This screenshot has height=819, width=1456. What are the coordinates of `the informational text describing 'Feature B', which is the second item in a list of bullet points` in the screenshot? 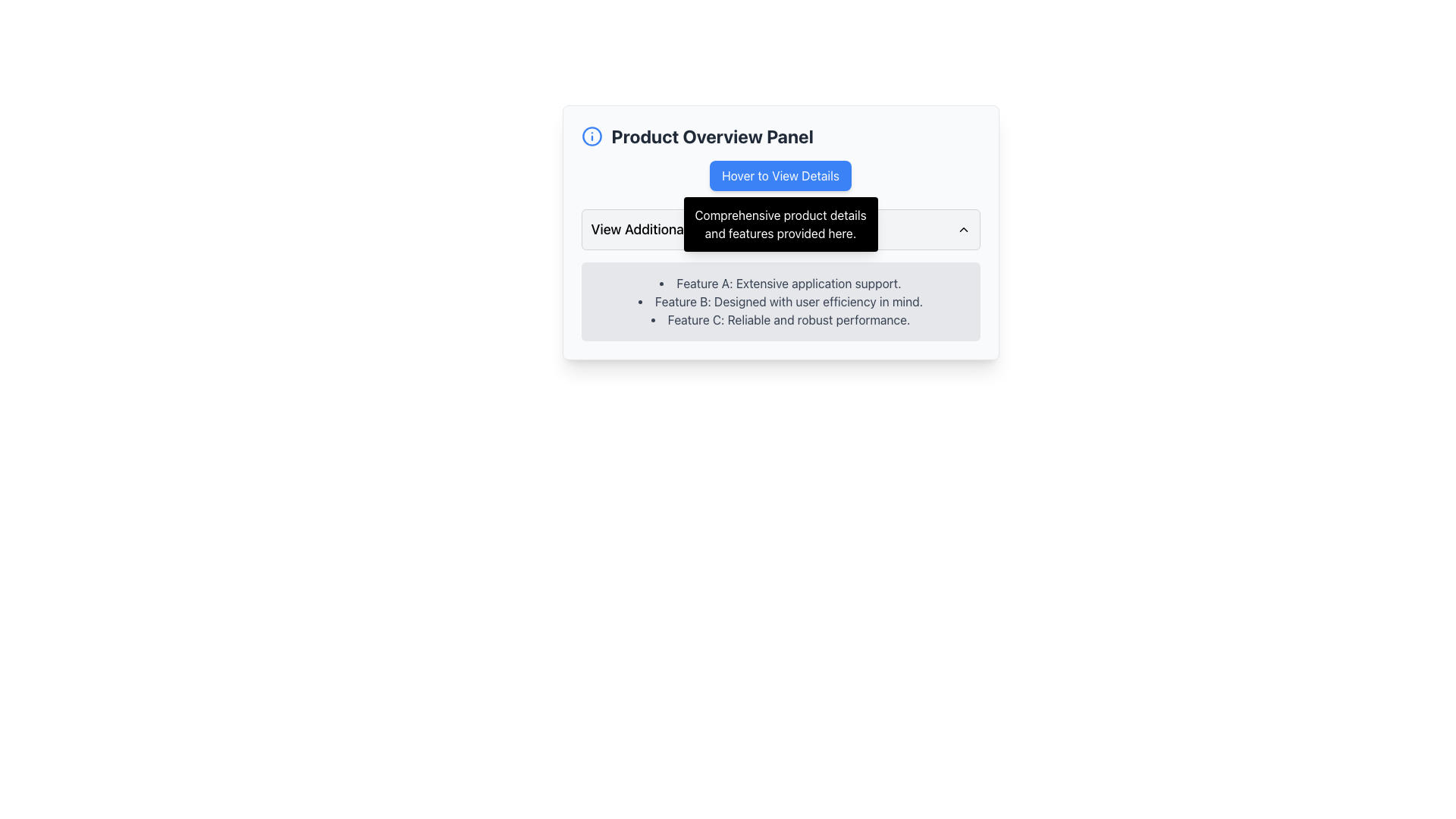 It's located at (780, 301).